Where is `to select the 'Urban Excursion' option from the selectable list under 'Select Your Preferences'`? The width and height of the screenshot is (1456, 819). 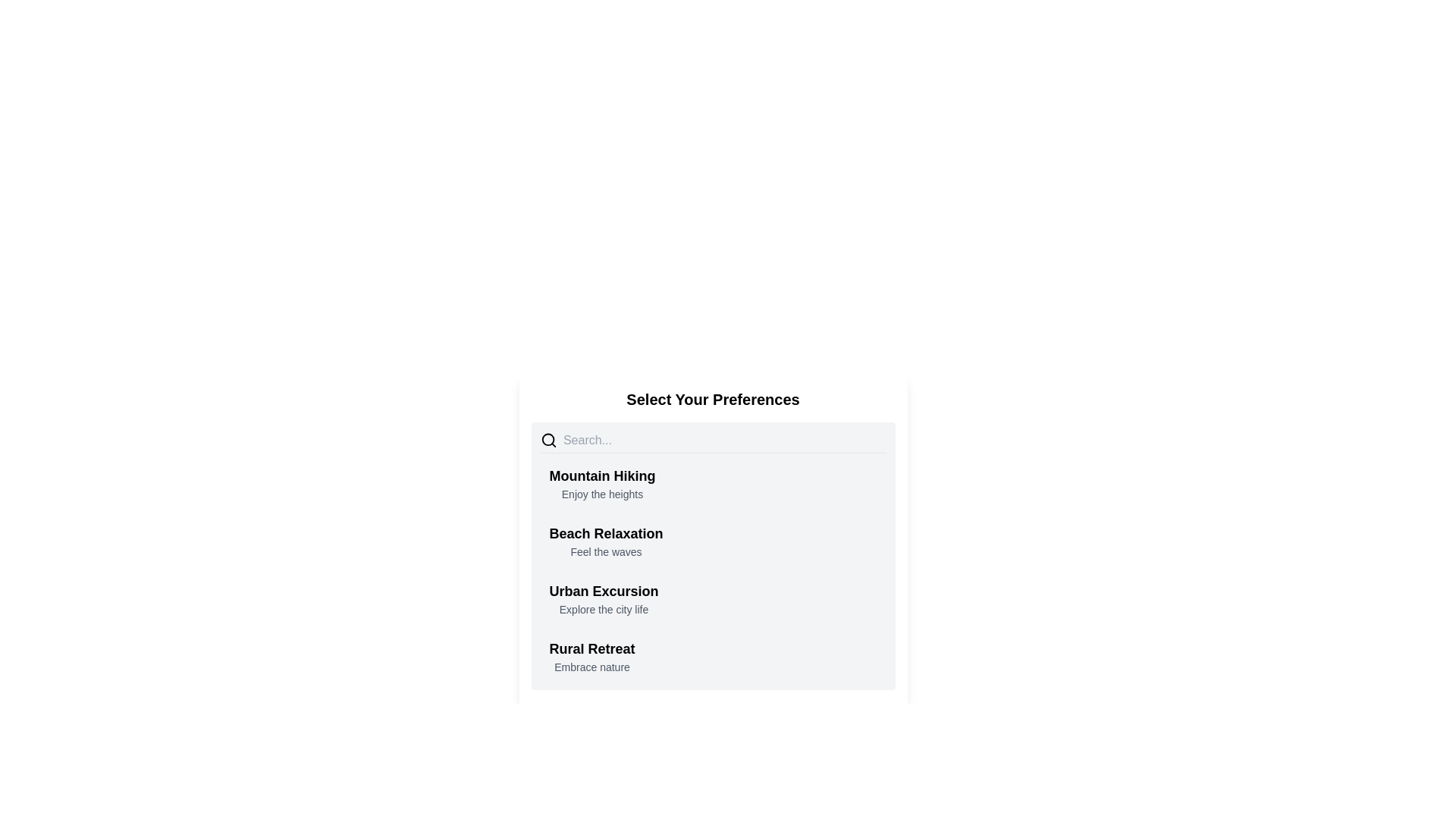
to select the 'Urban Excursion' option from the selectable list under 'Select Your Preferences' is located at coordinates (603, 598).